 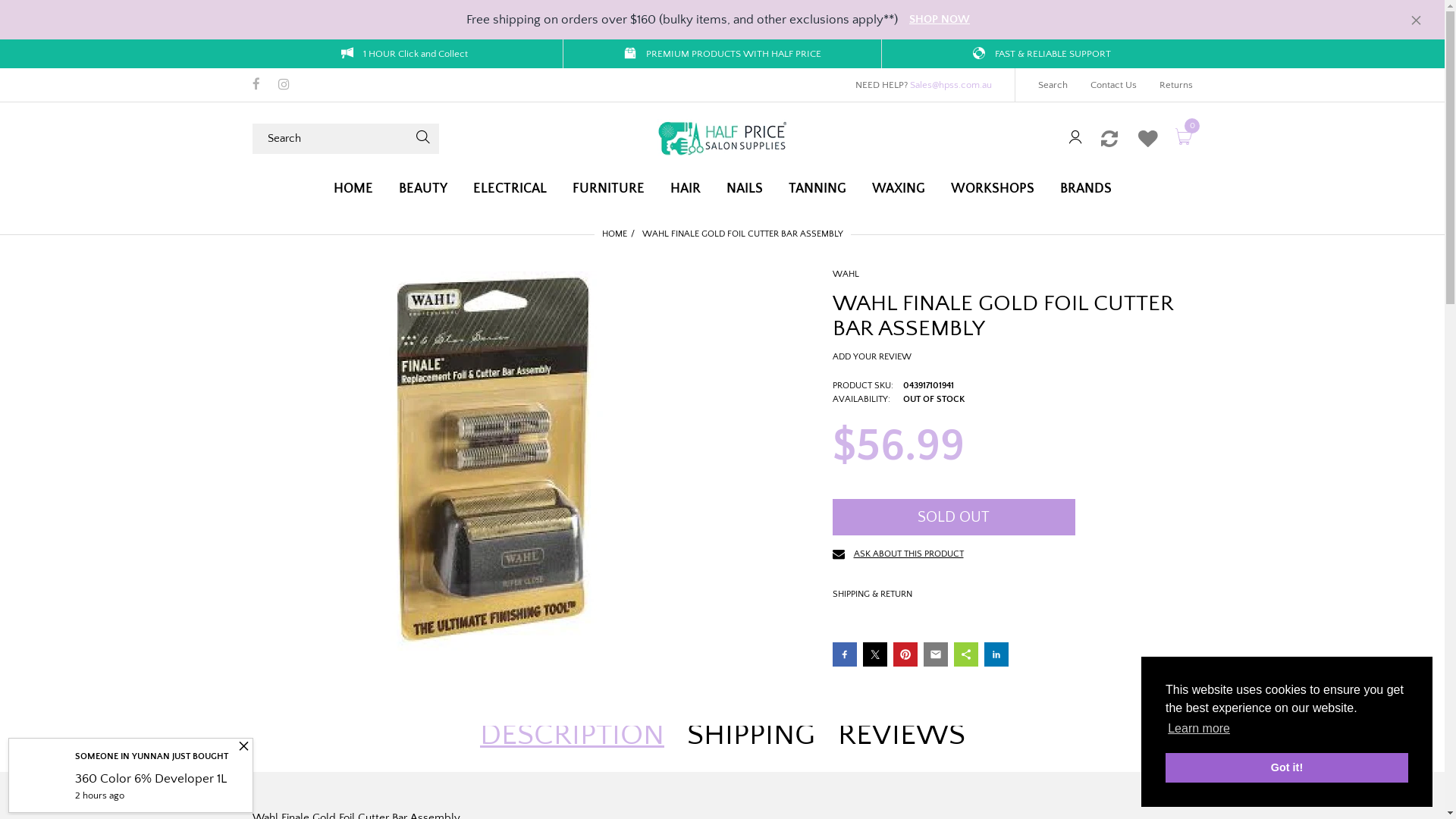 What do you see at coordinates (283, 85) in the screenshot?
I see `'Instagram'` at bounding box center [283, 85].